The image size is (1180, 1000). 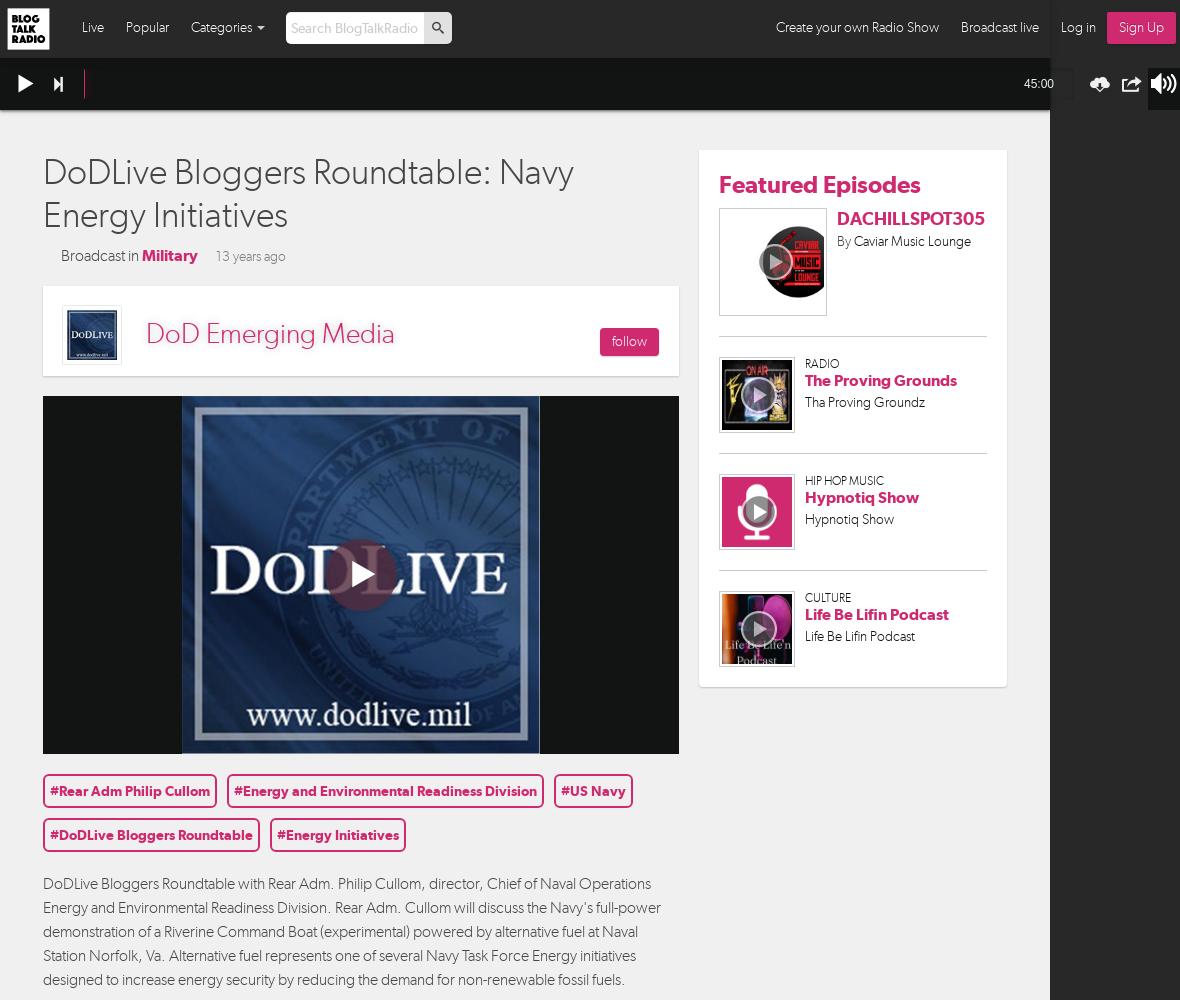 I want to click on 'Featured Episodes', so click(x=717, y=183).